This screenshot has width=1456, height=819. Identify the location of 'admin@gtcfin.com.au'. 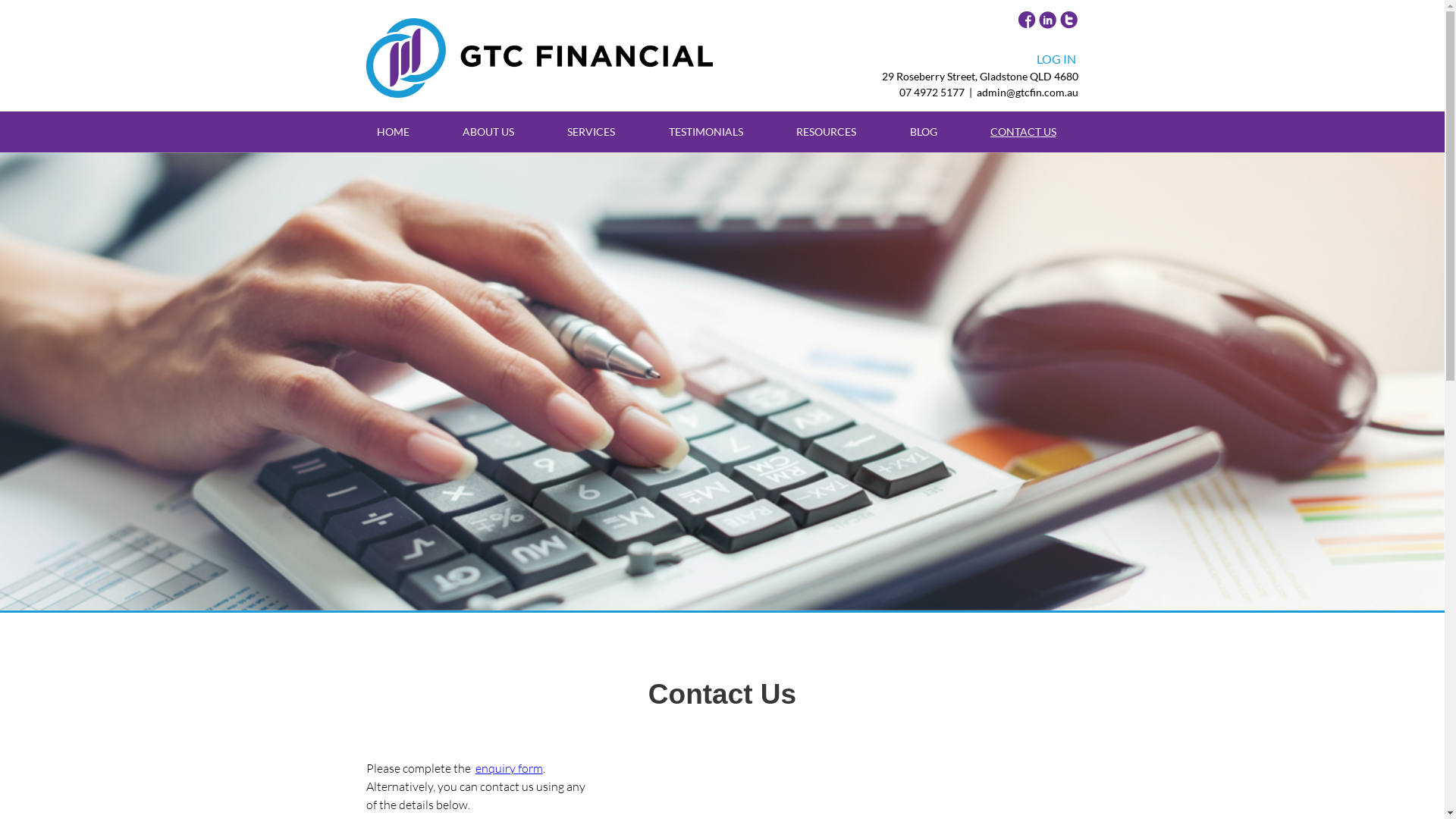
(1027, 91).